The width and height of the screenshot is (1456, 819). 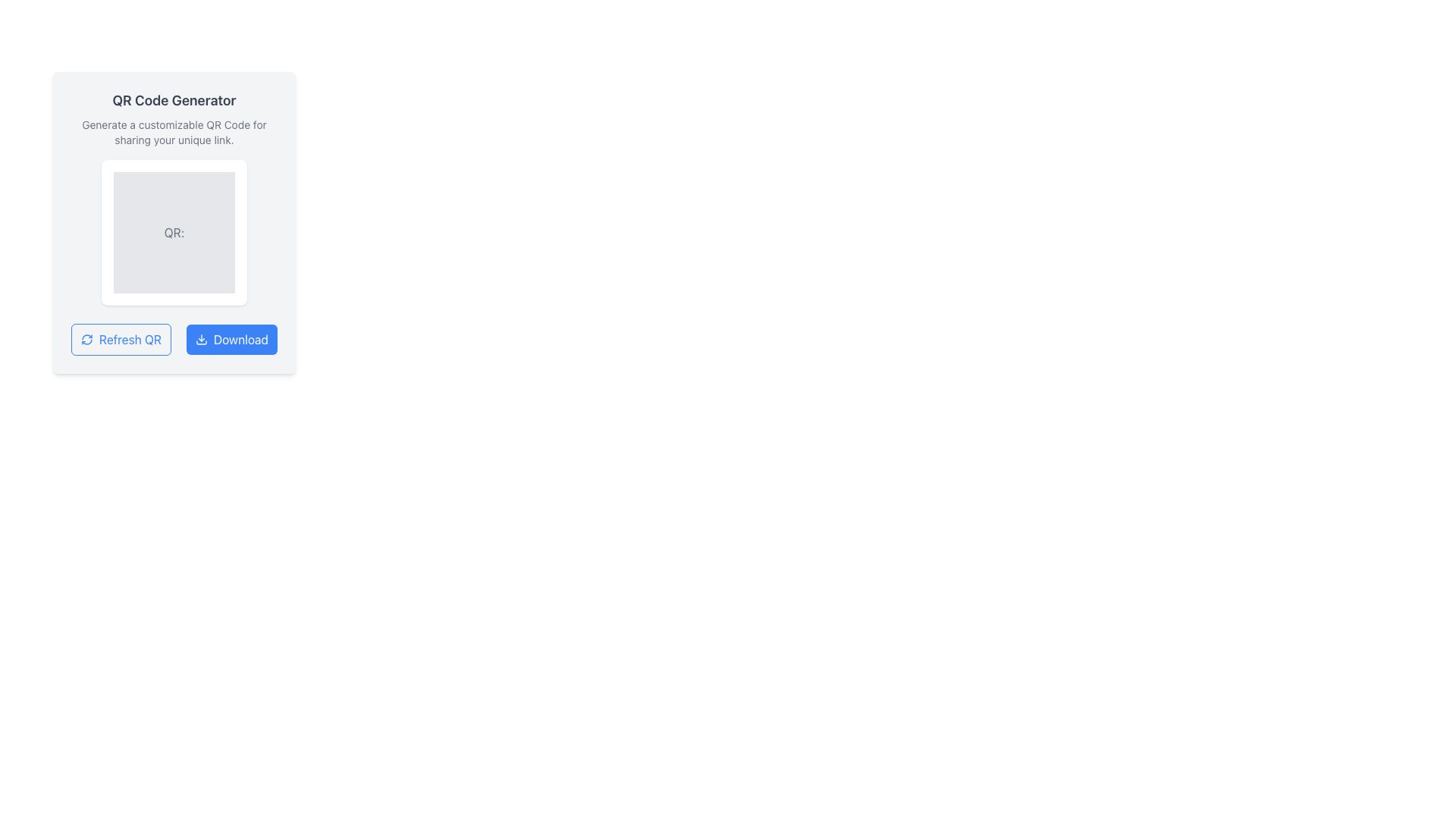 I want to click on the Text Label that serves as the title of the card, which is positioned at the top center of the card layout for generating QR codes, so click(x=174, y=100).